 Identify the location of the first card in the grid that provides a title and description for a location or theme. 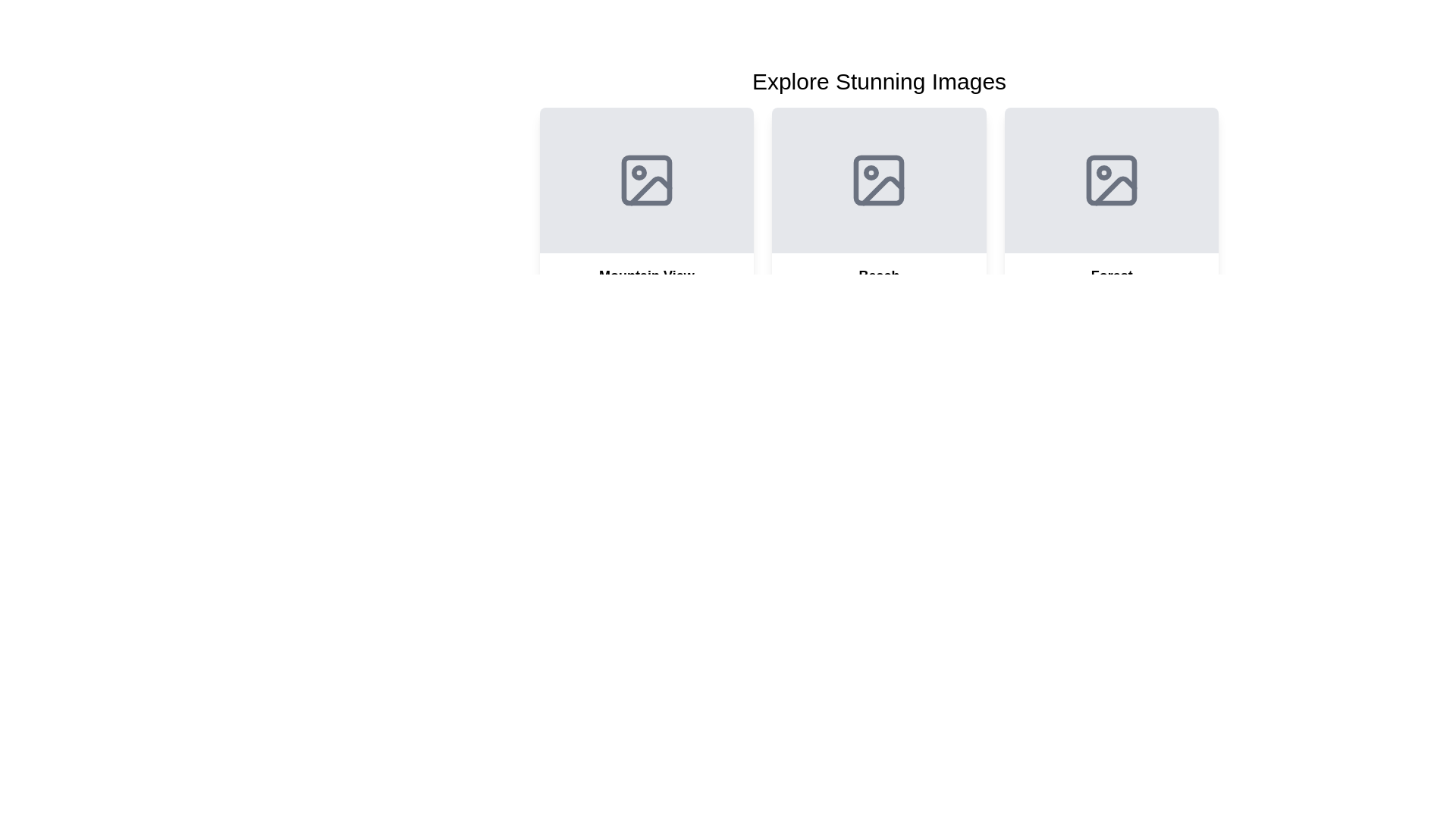
(646, 225).